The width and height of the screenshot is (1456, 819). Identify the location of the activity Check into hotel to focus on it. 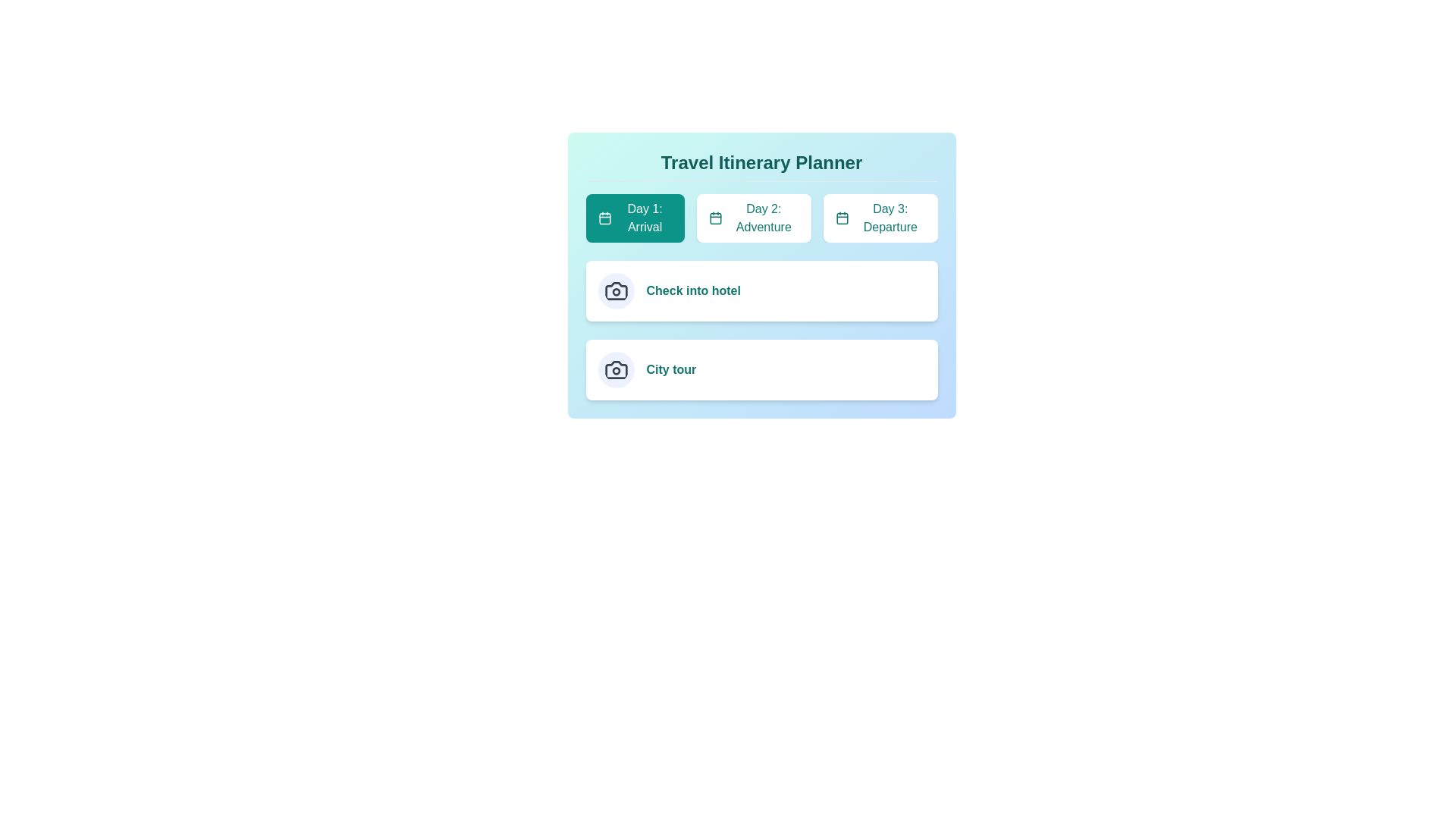
(692, 291).